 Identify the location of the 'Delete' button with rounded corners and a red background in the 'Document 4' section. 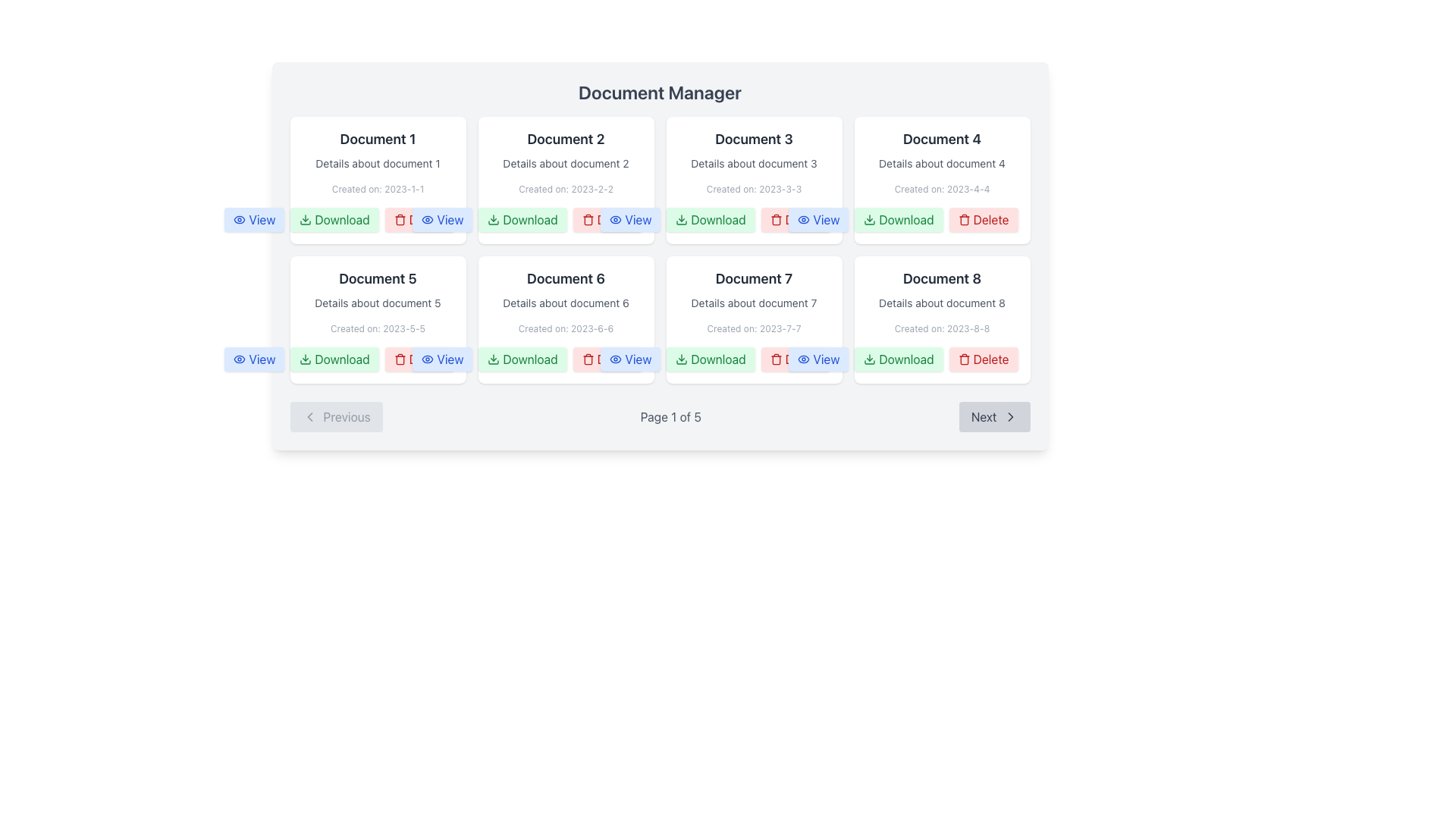
(983, 219).